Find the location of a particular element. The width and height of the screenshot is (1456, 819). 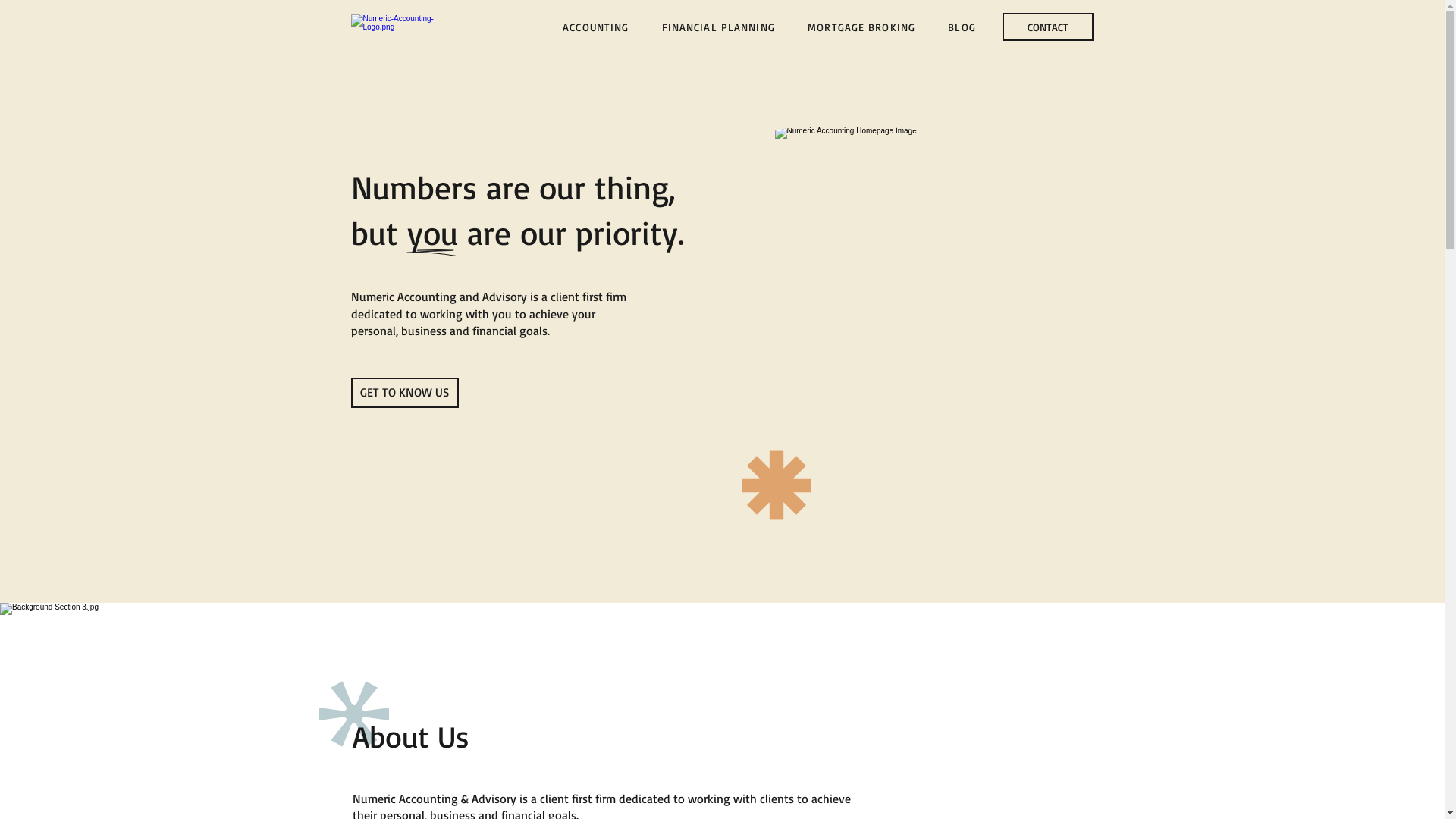

'ACCOUNTING' is located at coordinates (595, 27).